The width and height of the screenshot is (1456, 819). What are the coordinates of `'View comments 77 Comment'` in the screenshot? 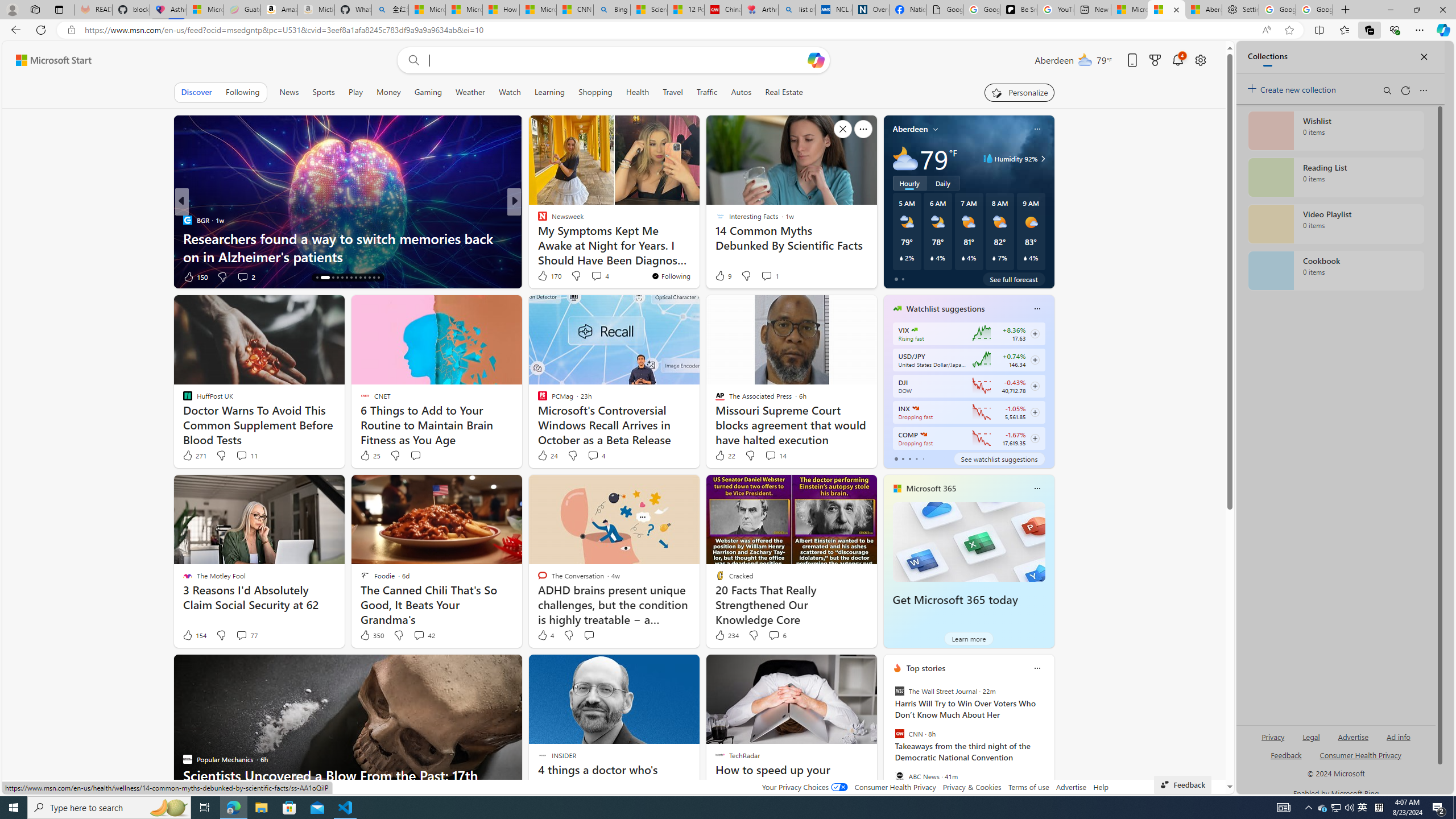 It's located at (246, 634).